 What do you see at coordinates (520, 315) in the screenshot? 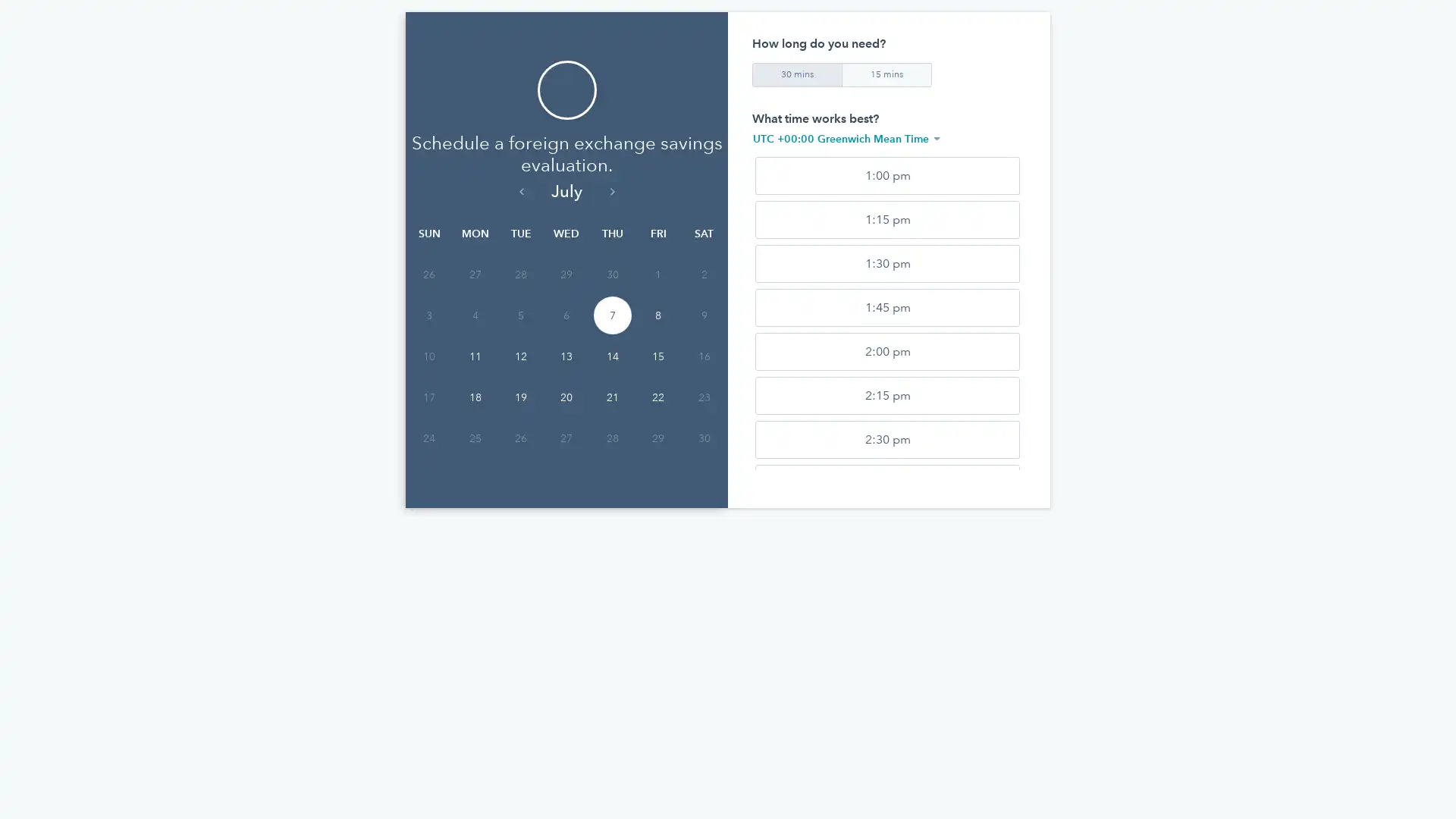
I see `July 5th` at bounding box center [520, 315].